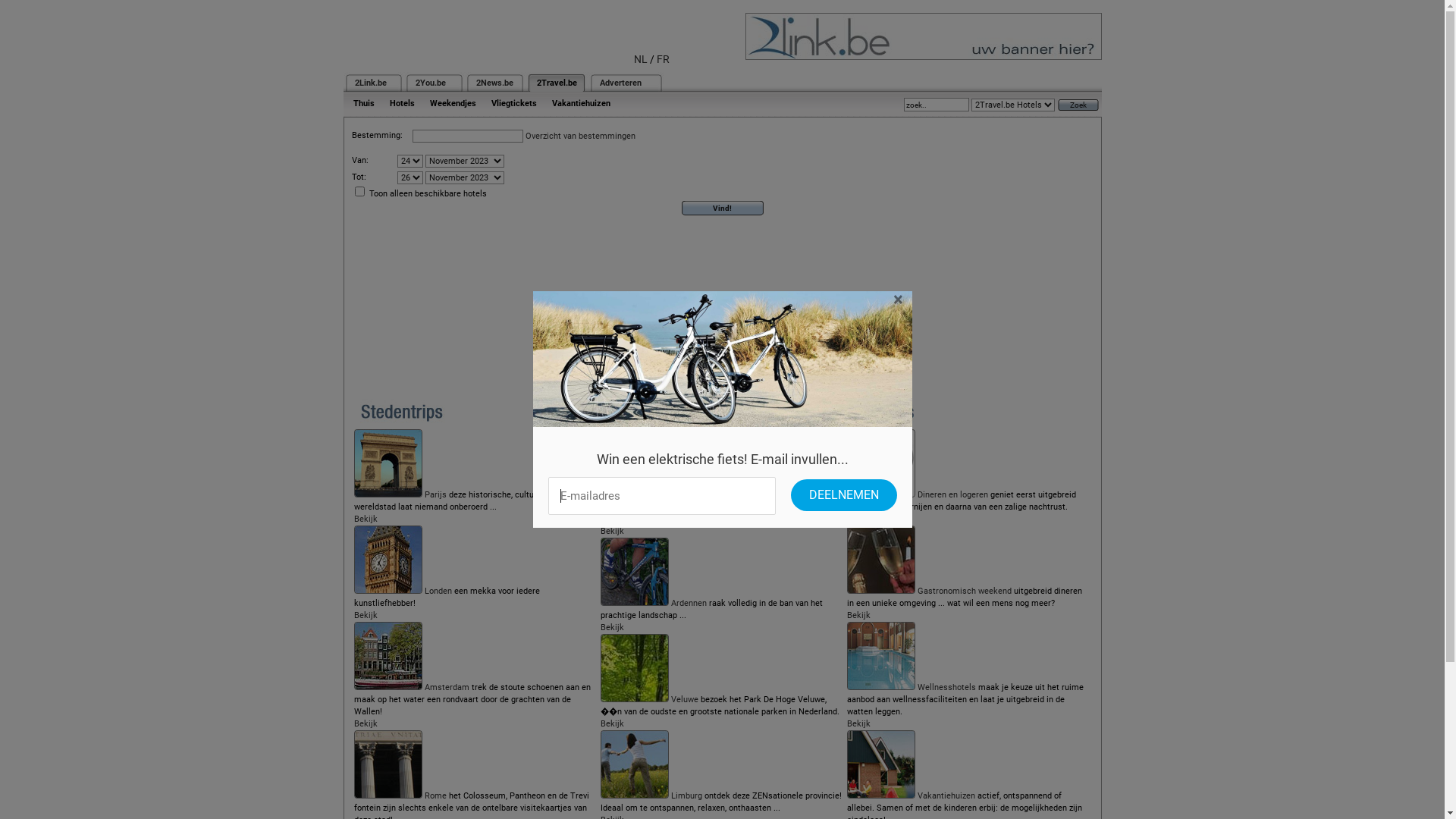 This screenshot has height=819, width=1456. I want to click on 'Bekijk', so click(612, 627).